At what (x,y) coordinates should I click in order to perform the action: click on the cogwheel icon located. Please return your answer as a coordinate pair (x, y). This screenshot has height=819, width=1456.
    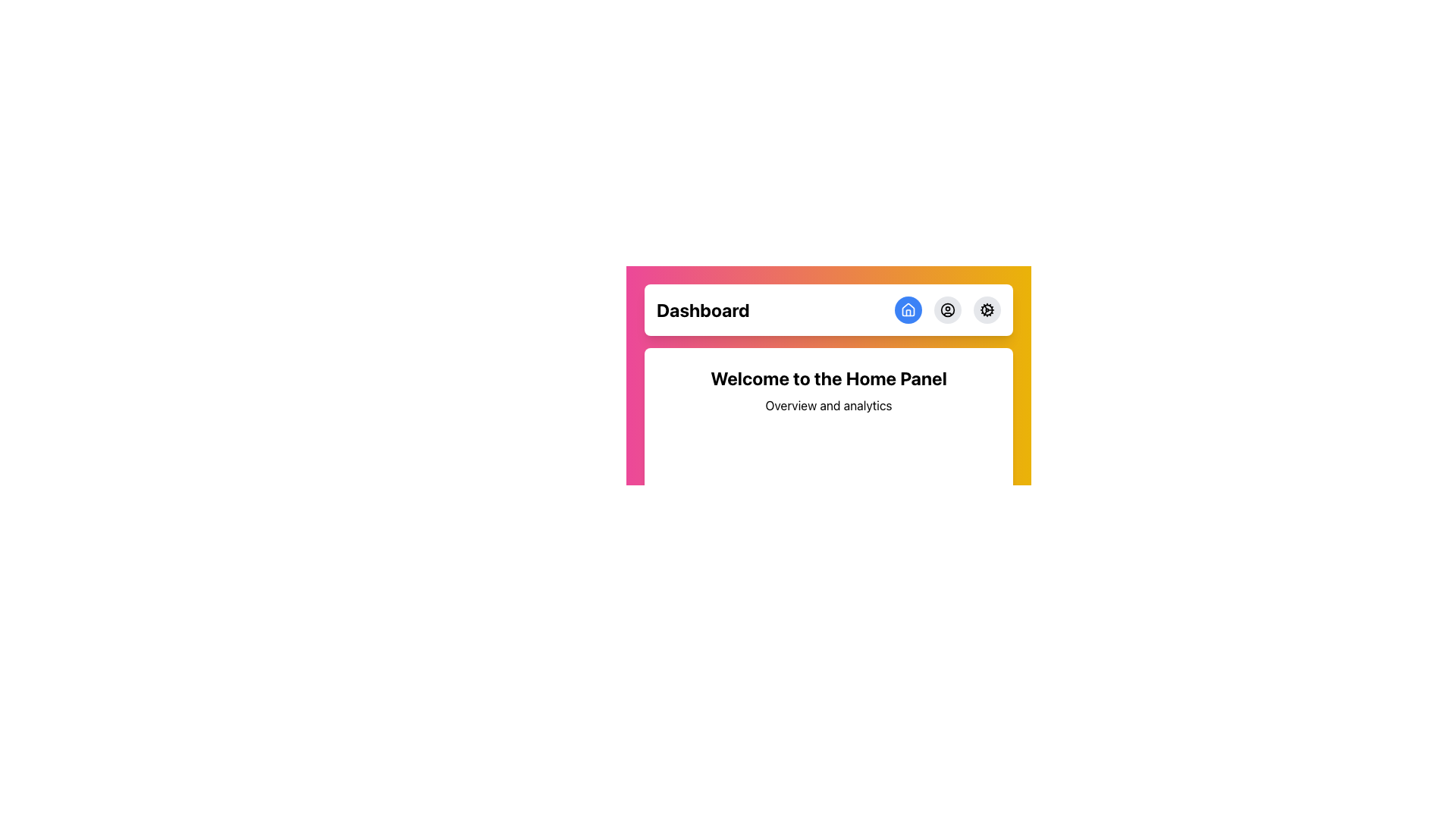
    Looking at the image, I should click on (987, 309).